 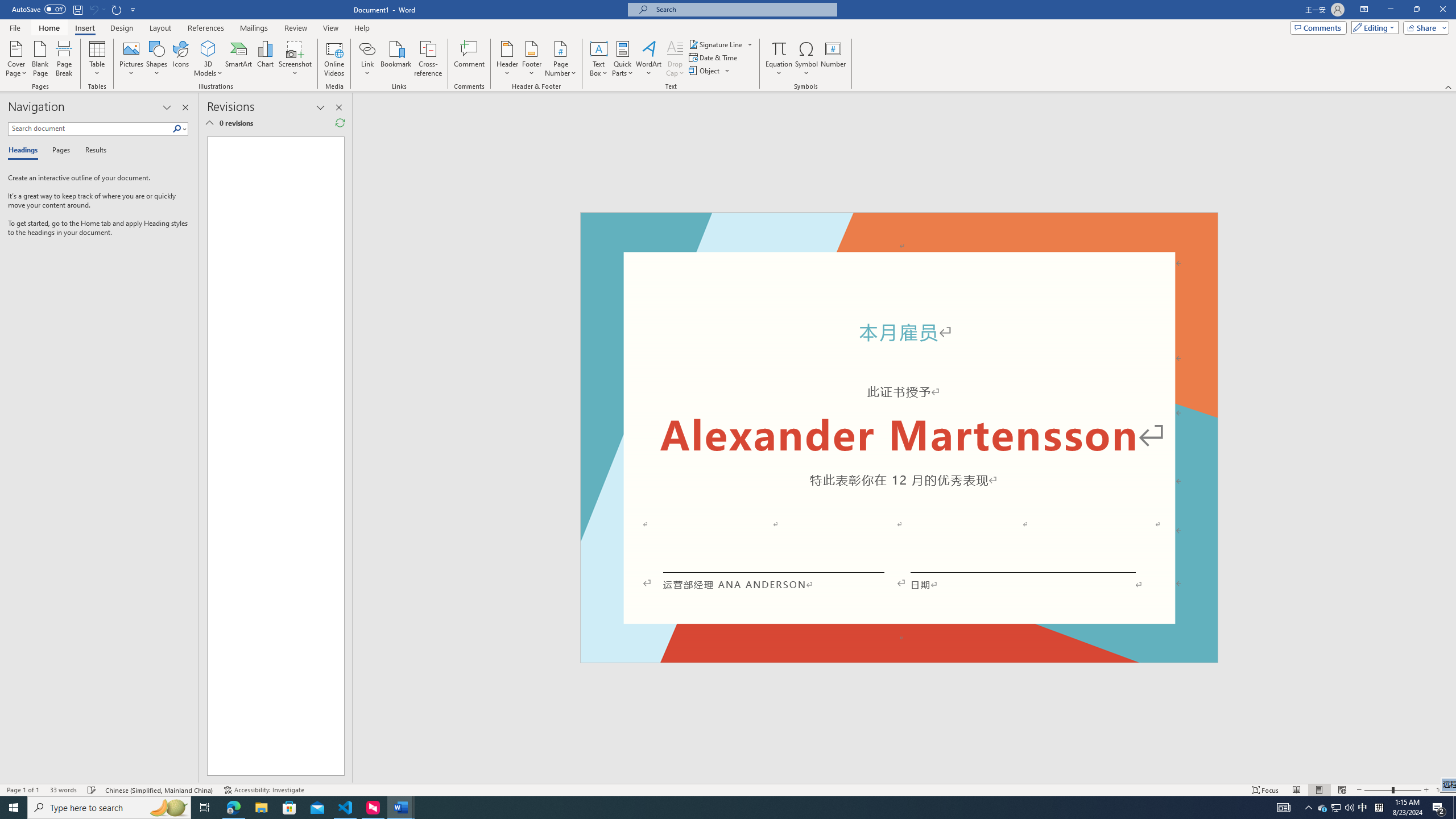 What do you see at coordinates (714, 56) in the screenshot?
I see `'Date & Time...'` at bounding box center [714, 56].